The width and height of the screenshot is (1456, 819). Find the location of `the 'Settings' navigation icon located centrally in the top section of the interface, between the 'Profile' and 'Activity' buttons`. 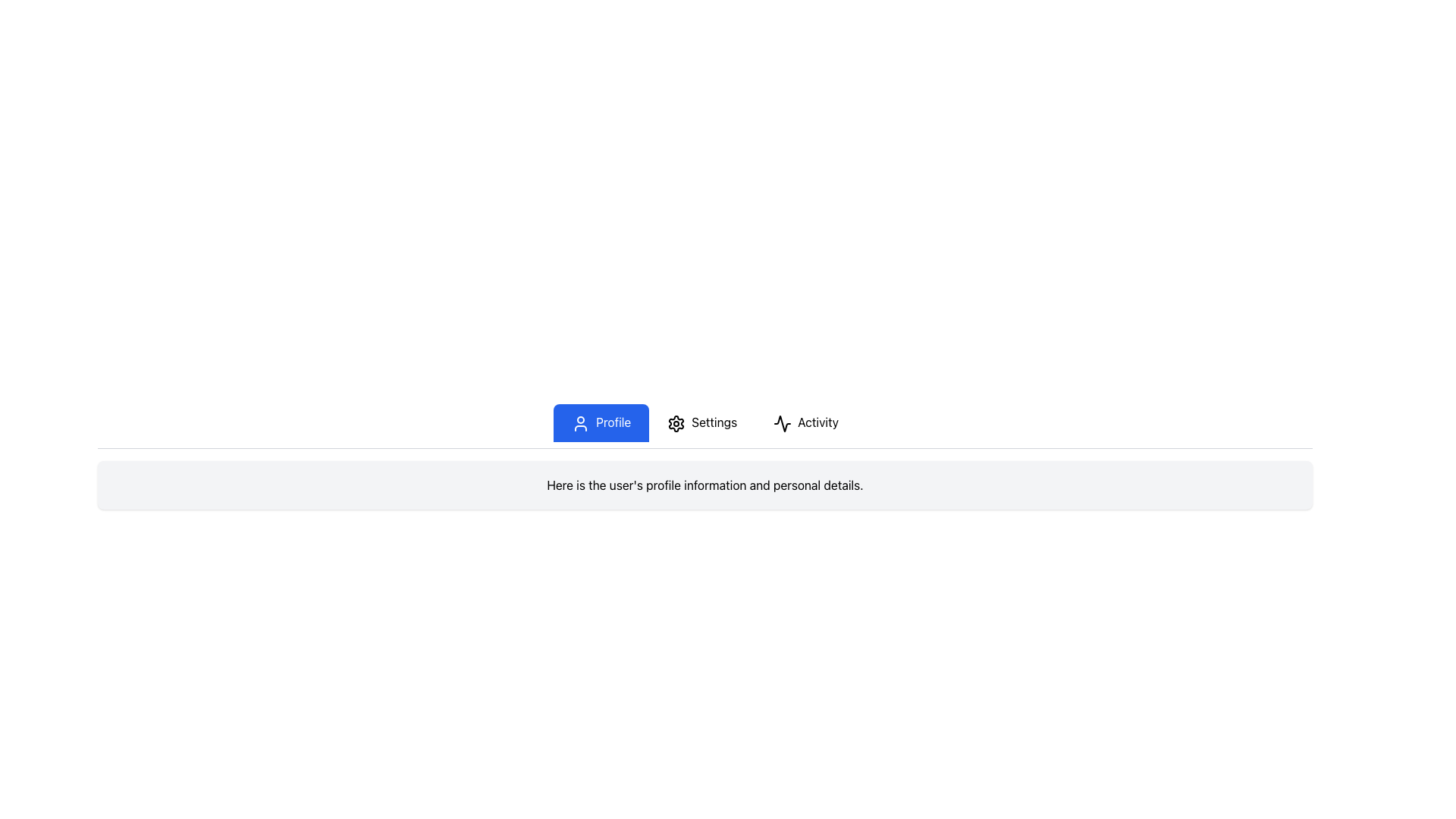

the 'Settings' navigation icon located centrally in the top section of the interface, between the 'Profile' and 'Activity' buttons is located at coordinates (676, 423).